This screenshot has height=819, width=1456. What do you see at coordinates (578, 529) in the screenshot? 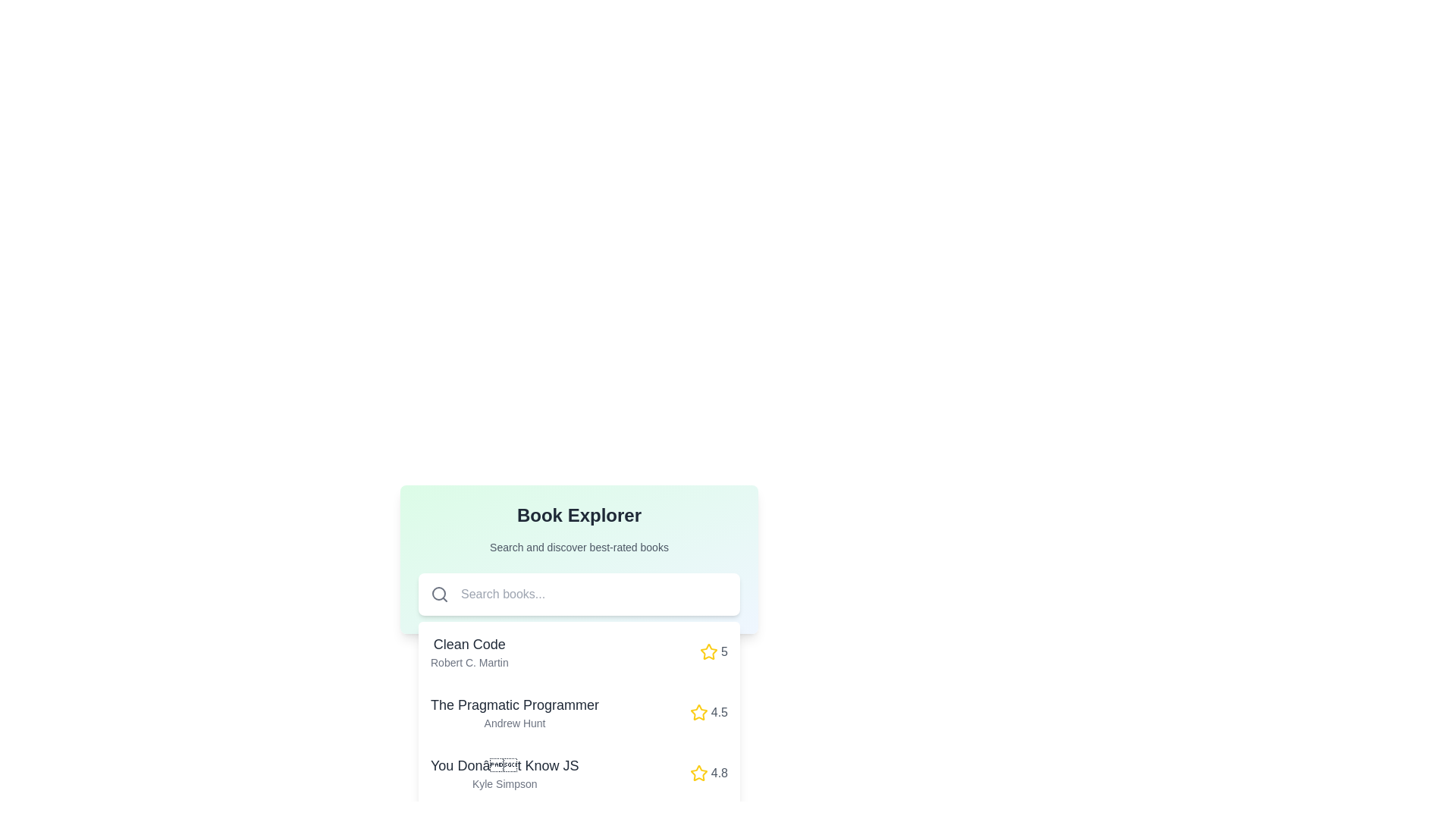
I see `the Section header element, which serves as a title and brief description for the section, located near the top center of the visible area above a search input field` at bounding box center [578, 529].